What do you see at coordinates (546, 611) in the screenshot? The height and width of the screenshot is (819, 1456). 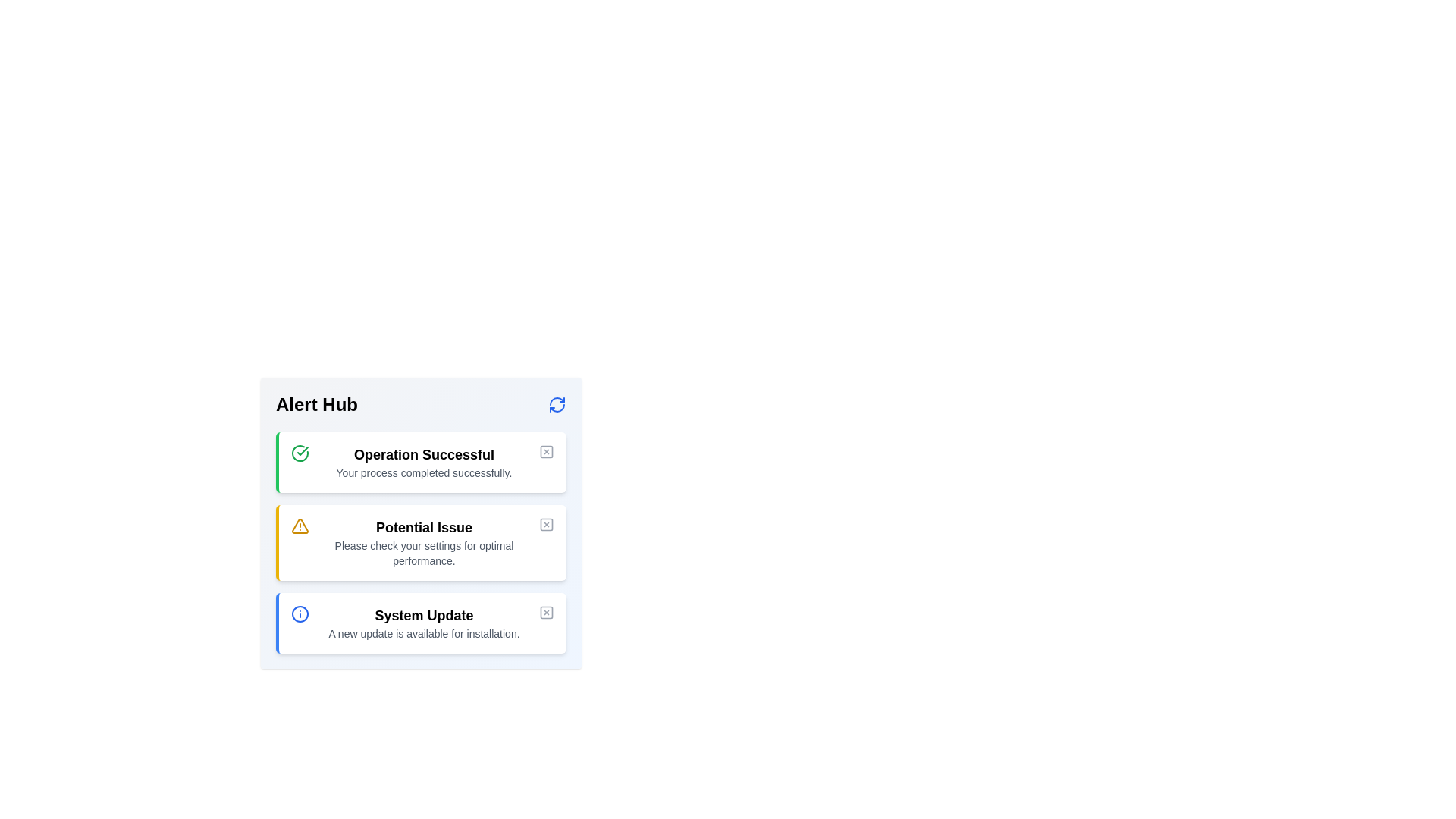 I see `the small square icon with an 'X' symbol inside, located in the bottom-right corner of the 'System Update' notification card` at bounding box center [546, 611].